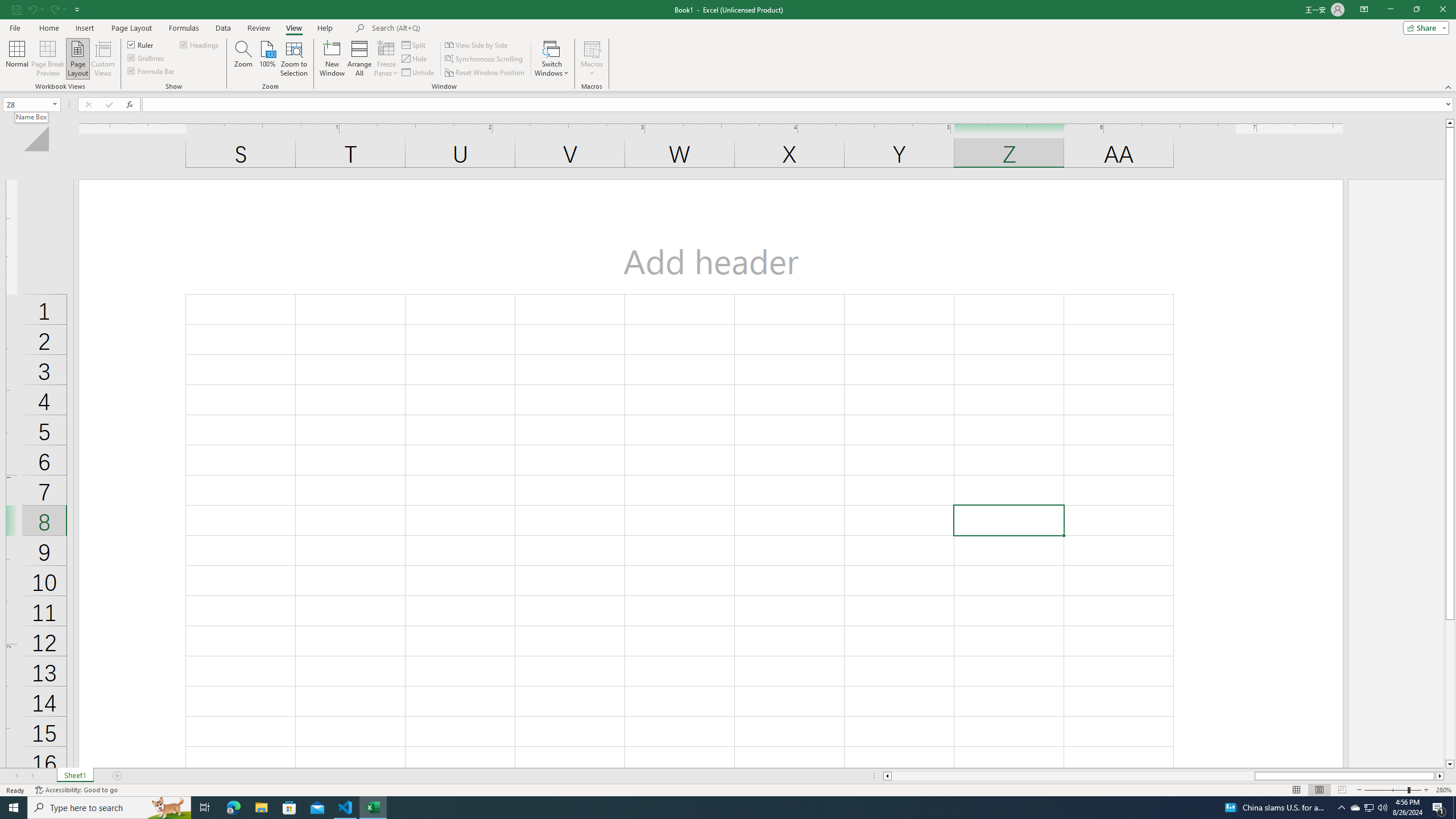 Image resolution: width=1456 pixels, height=819 pixels. Describe the element at coordinates (419, 72) in the screenshot. I see `'Unhide...'` at that location.